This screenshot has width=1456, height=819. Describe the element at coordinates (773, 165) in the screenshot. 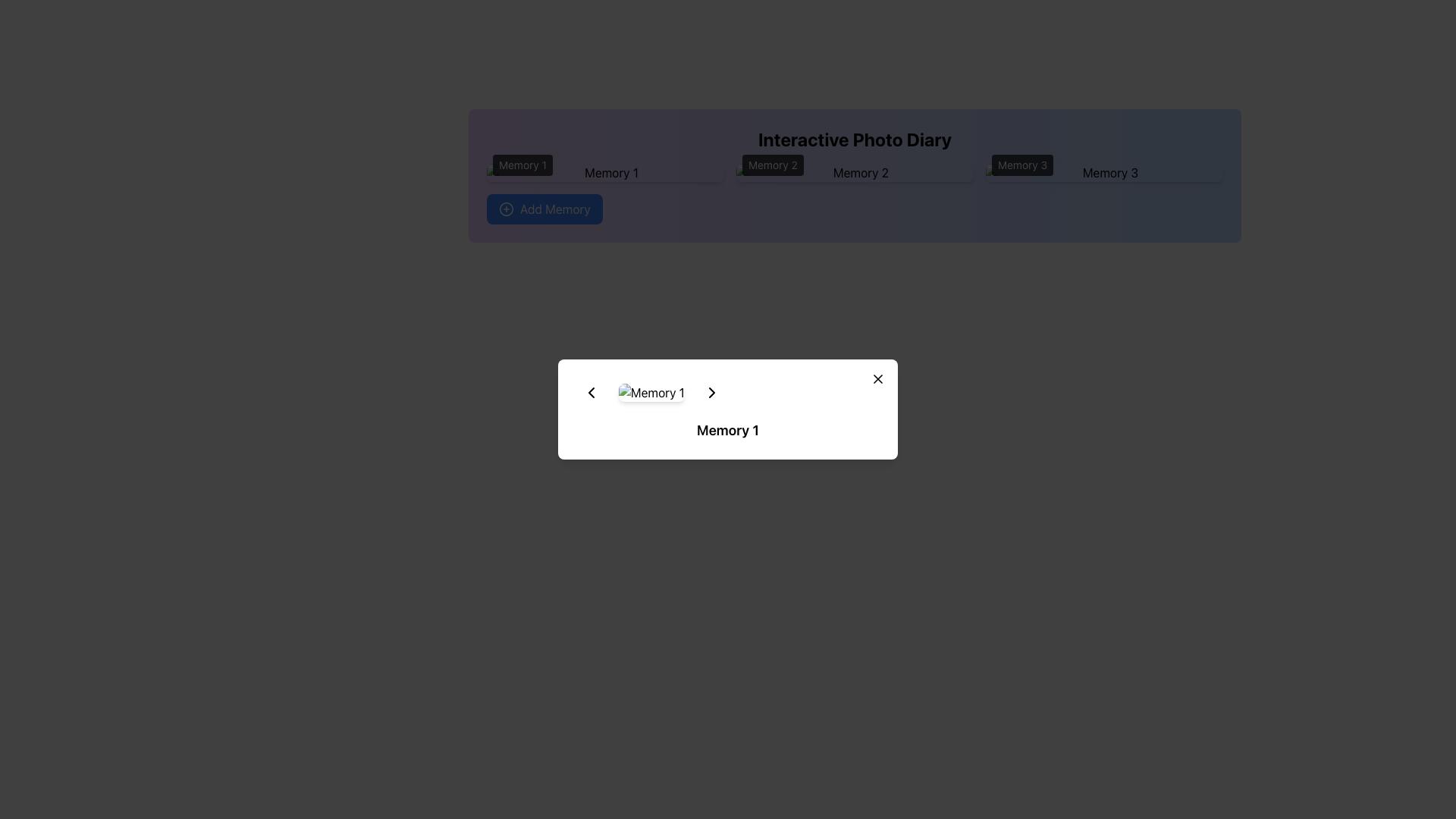

I see `the 'Memory 2' label tag, which has a dark background, white text, and rounded borders, located in the 'Interactive Photo Diary' section below the second thumbnail image` at that location.